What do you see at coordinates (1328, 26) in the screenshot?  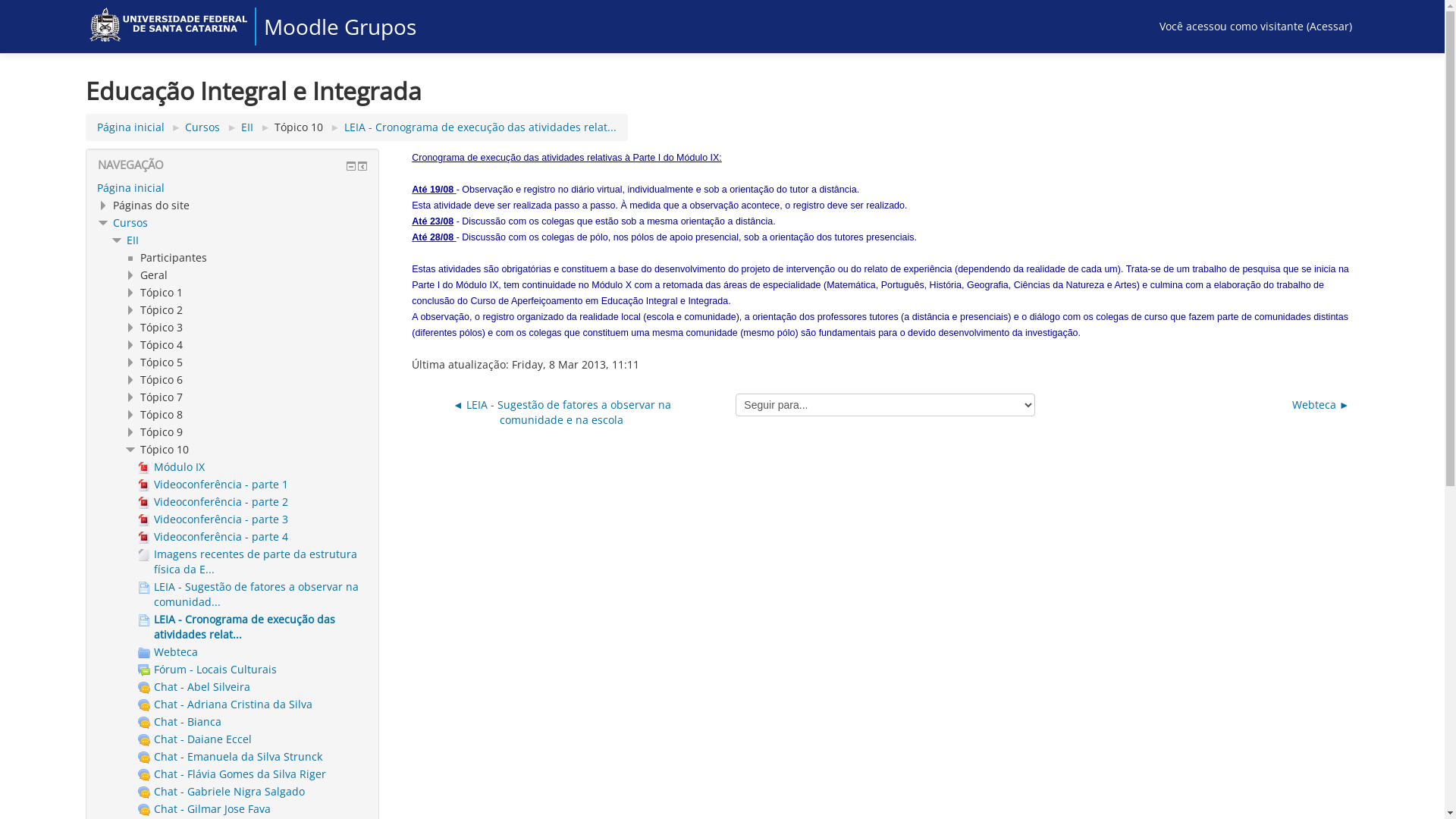 I see `'Acessar'` at bounding box center [1328, 26].